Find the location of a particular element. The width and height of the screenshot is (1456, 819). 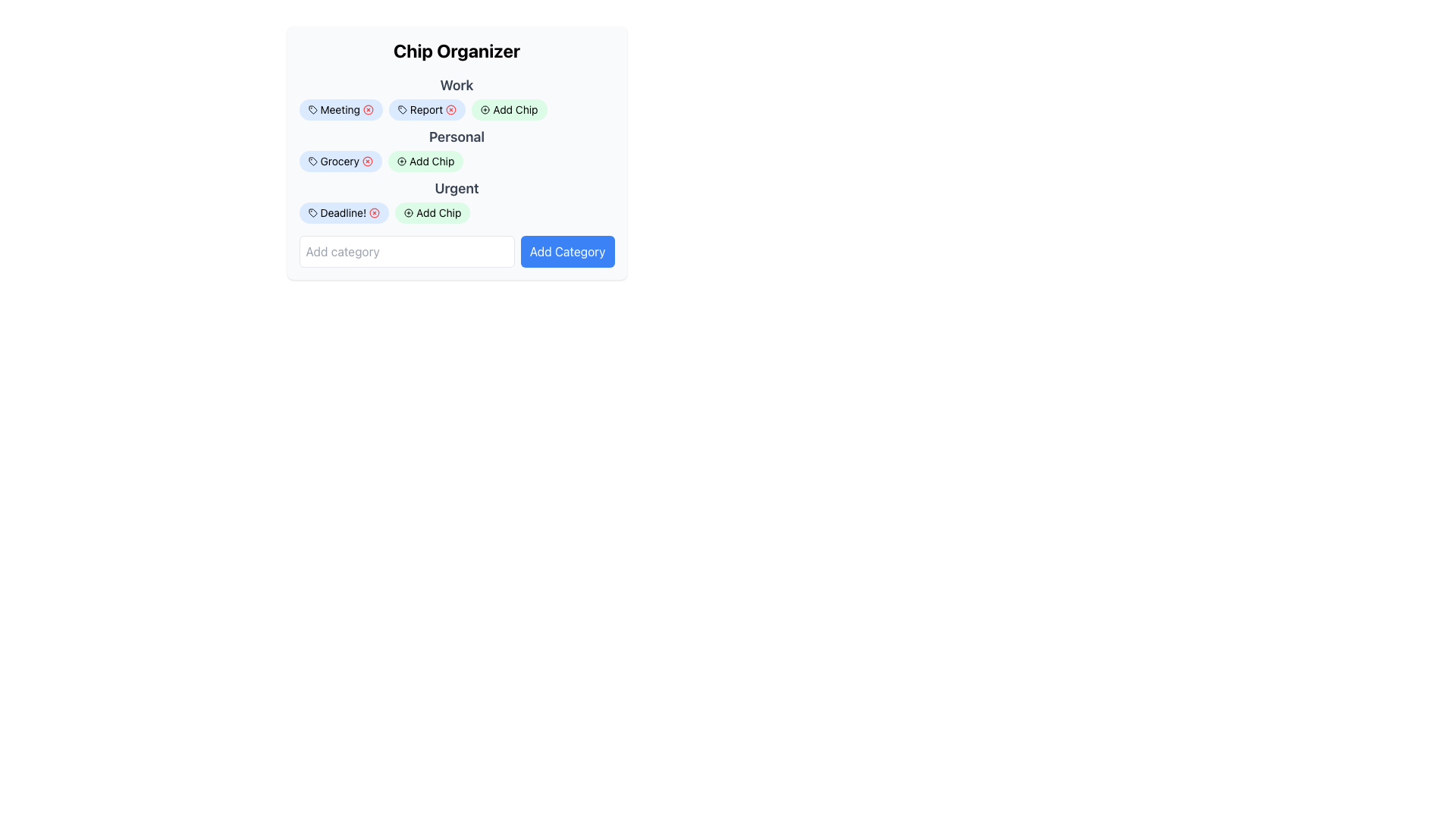

the 'Add Chip' icon button located in the second row under 'Personal' in the 'Work' section is located at coordinates (402, 161).